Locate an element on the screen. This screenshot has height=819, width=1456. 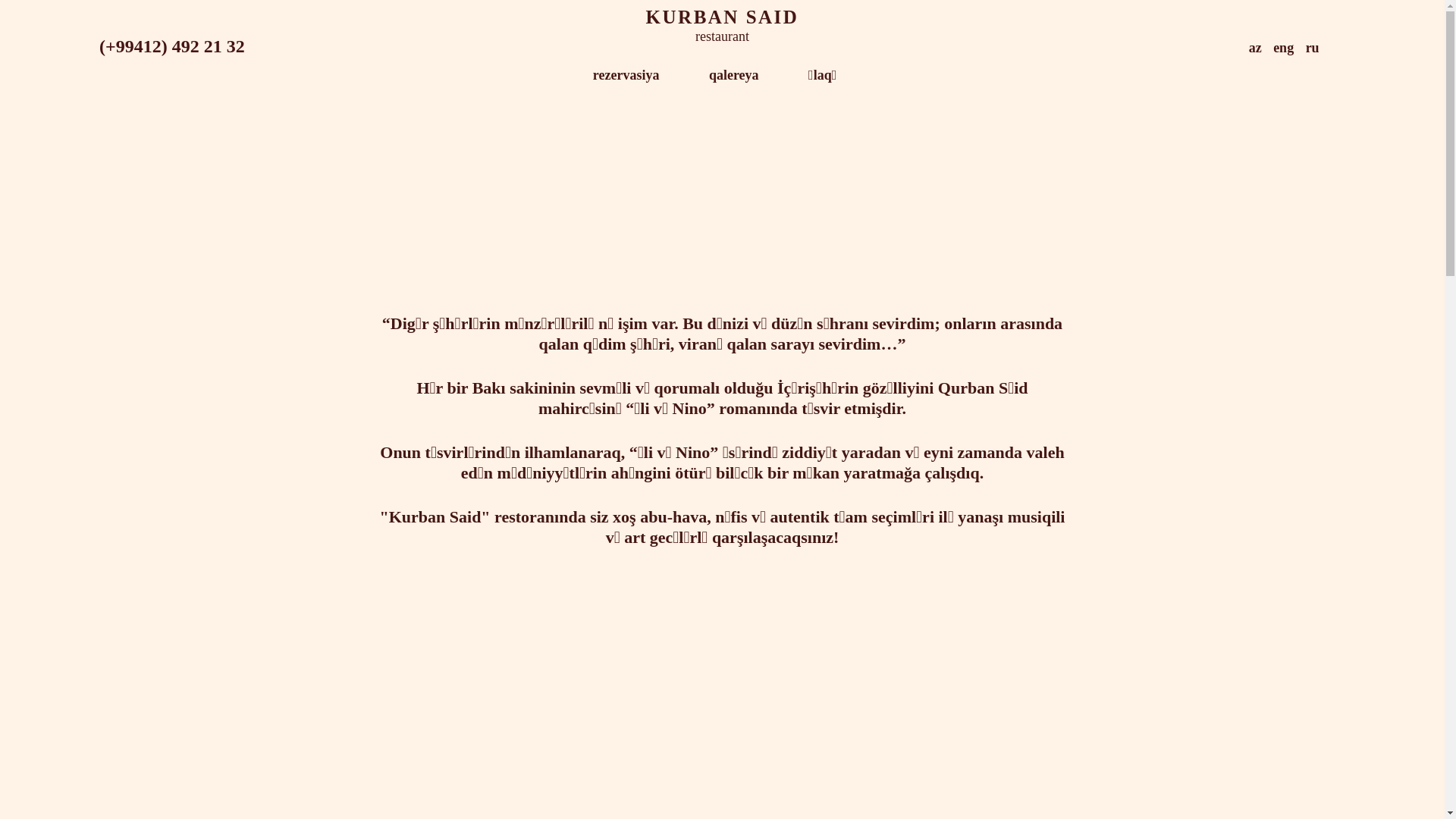
'qalereya' is located at coordinates (734, 76).